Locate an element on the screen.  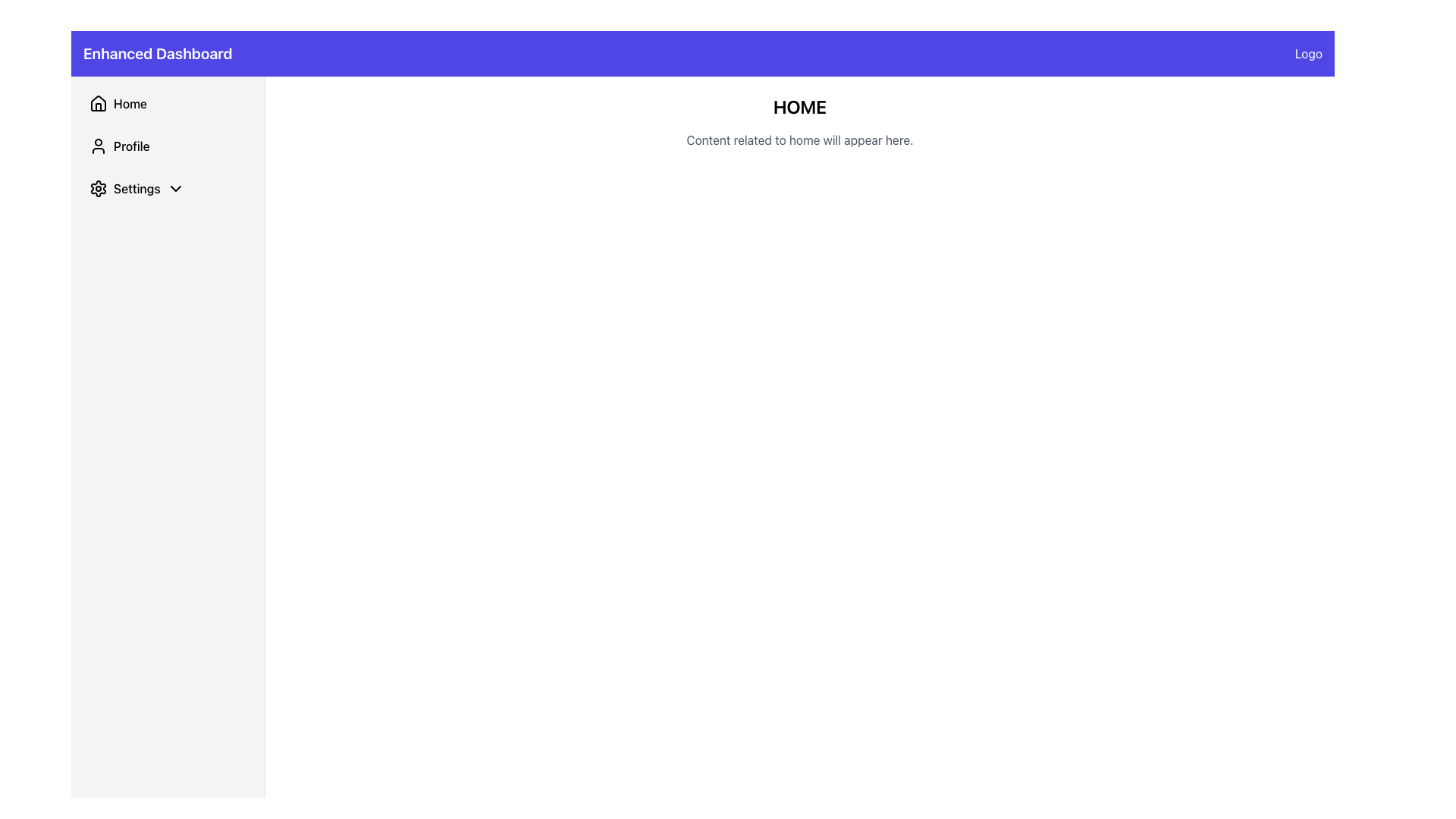
the 'Home' icon located in the top-left corner of the sidebar menu is located at coordinates (97, 103).